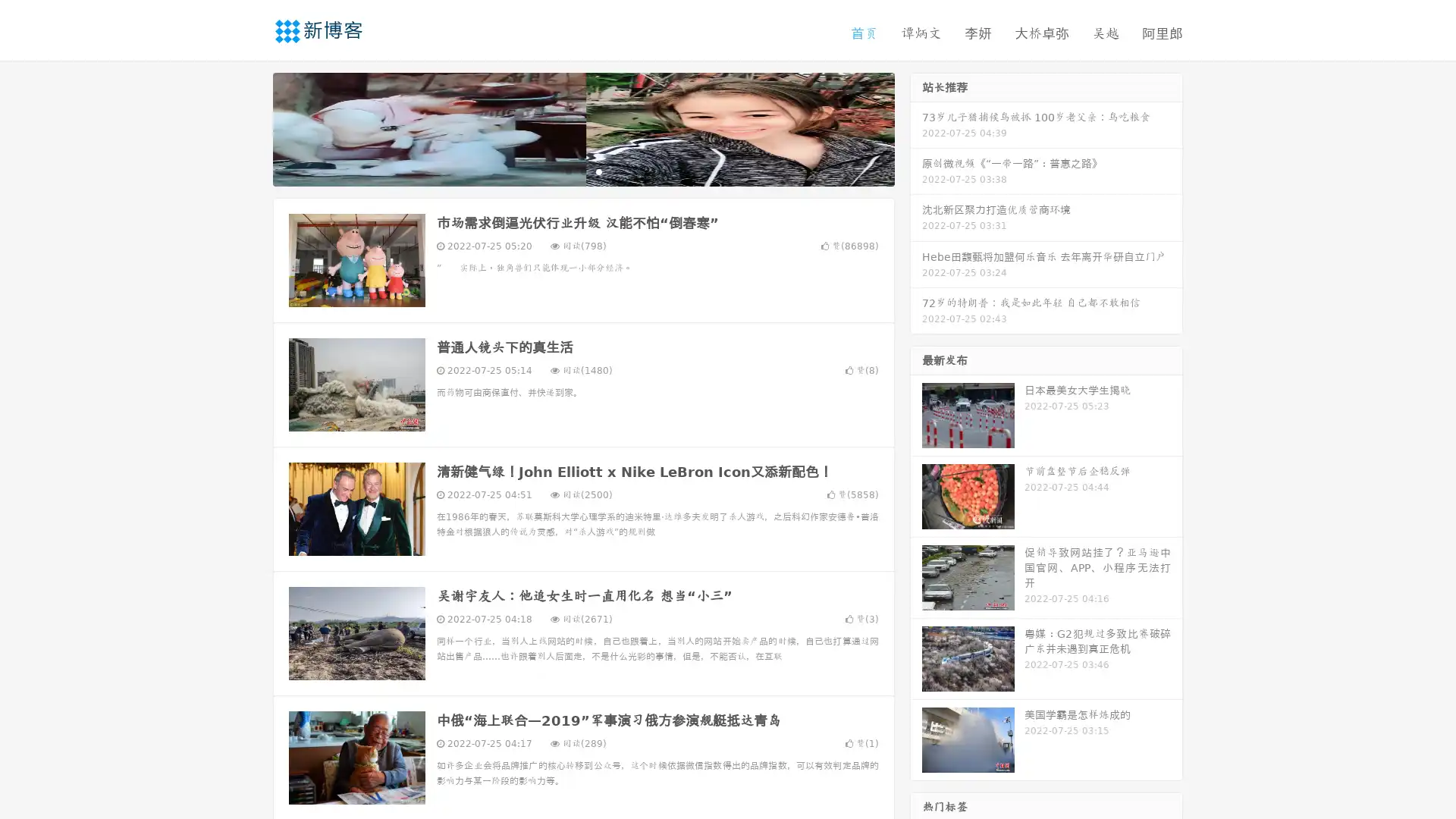 This screenshot has height=819, width=1456. What do you see at coordinates (567, 171) in the screenshot?
I see `Go to slide 1` at bounding box center [567, 171].